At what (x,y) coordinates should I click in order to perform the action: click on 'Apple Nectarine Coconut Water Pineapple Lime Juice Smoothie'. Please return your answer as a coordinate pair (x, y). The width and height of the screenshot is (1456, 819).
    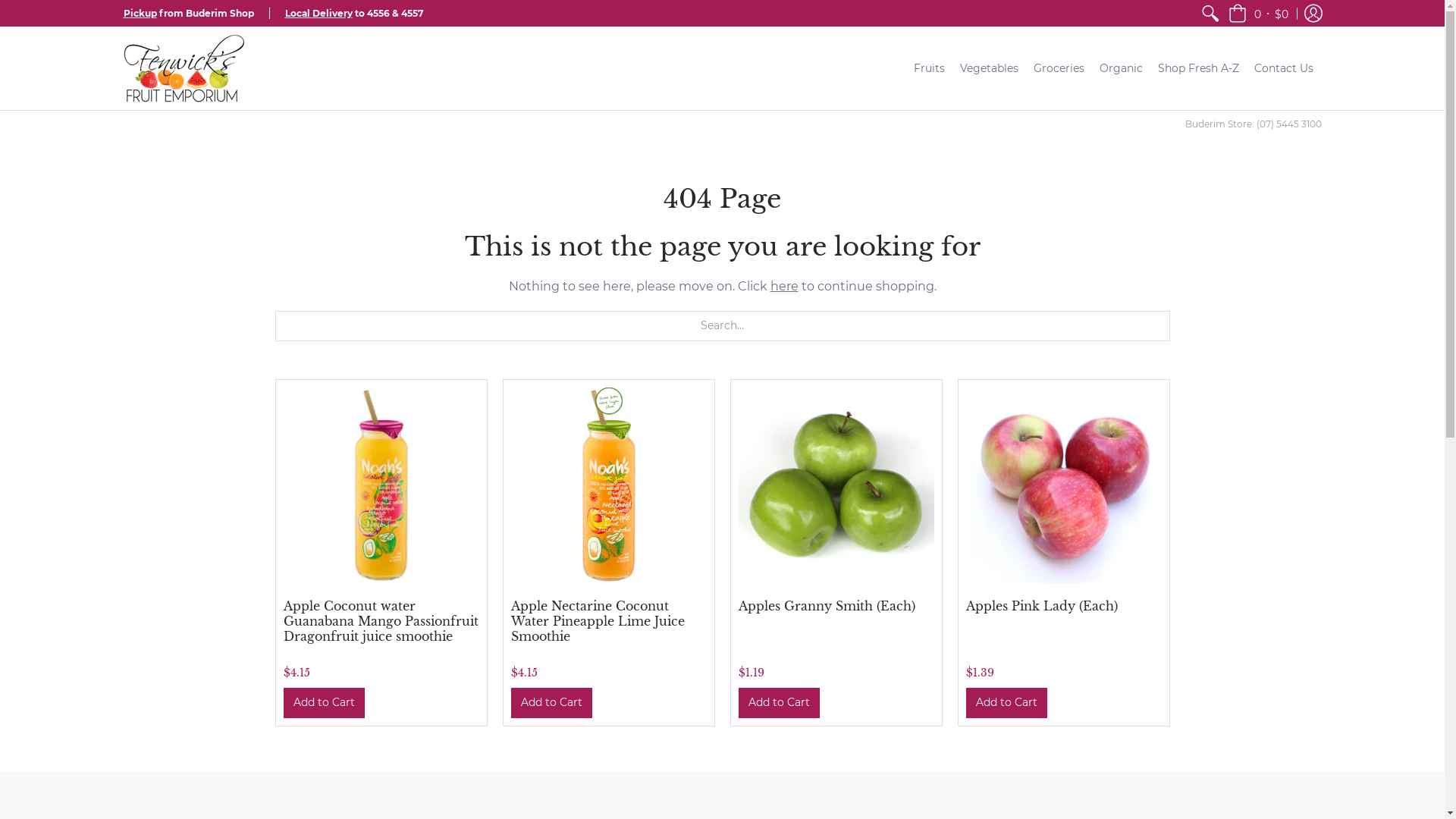
    Looking at the image, I should click on (597, 620).